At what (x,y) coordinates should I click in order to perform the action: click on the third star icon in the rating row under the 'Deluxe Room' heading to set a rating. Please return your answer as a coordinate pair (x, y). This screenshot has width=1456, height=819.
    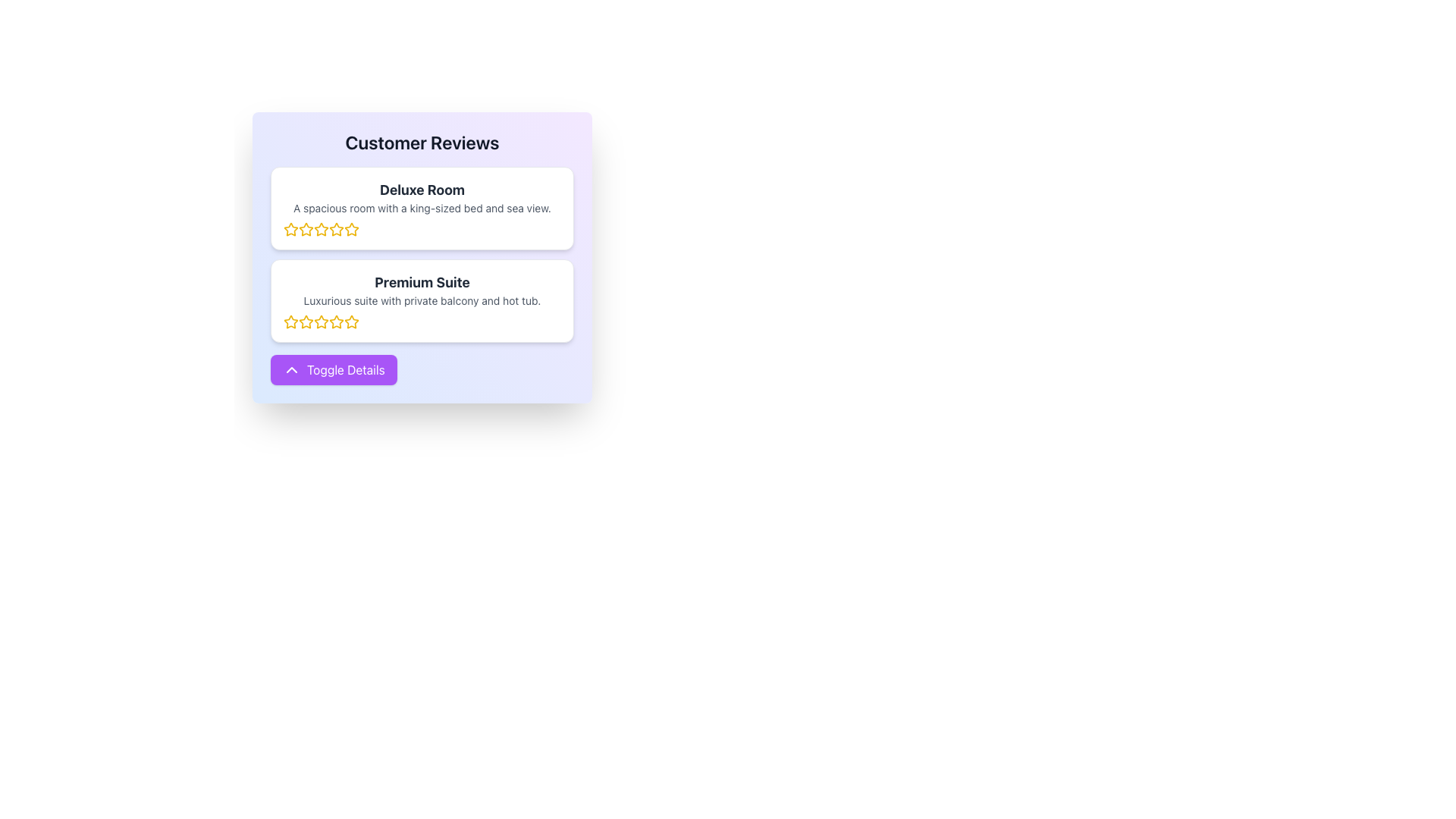
    Looking at the image, I should click on (351, 229).